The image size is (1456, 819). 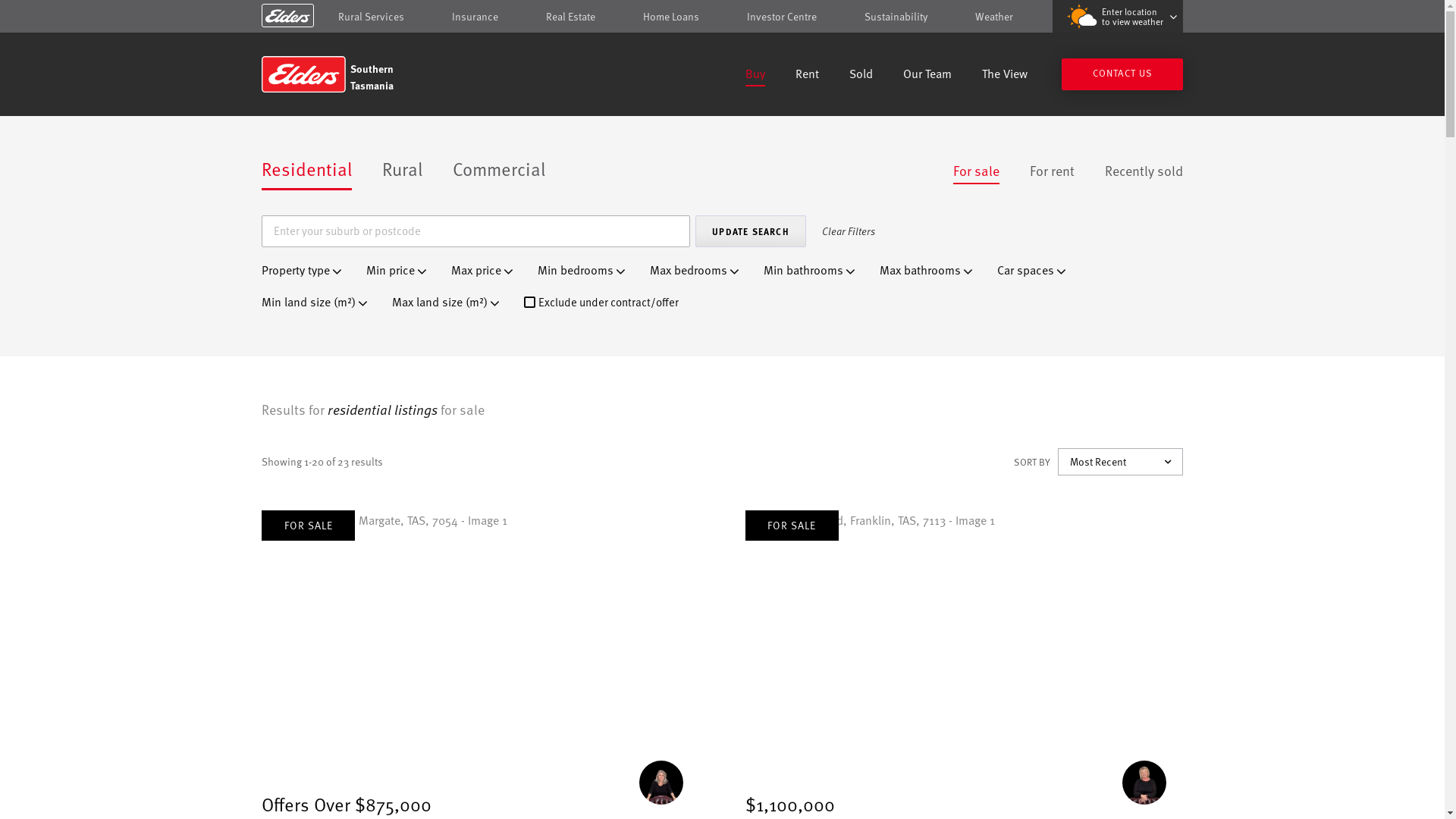 I want to click on 'Southern Tasmania', so click(x=370, y=74).